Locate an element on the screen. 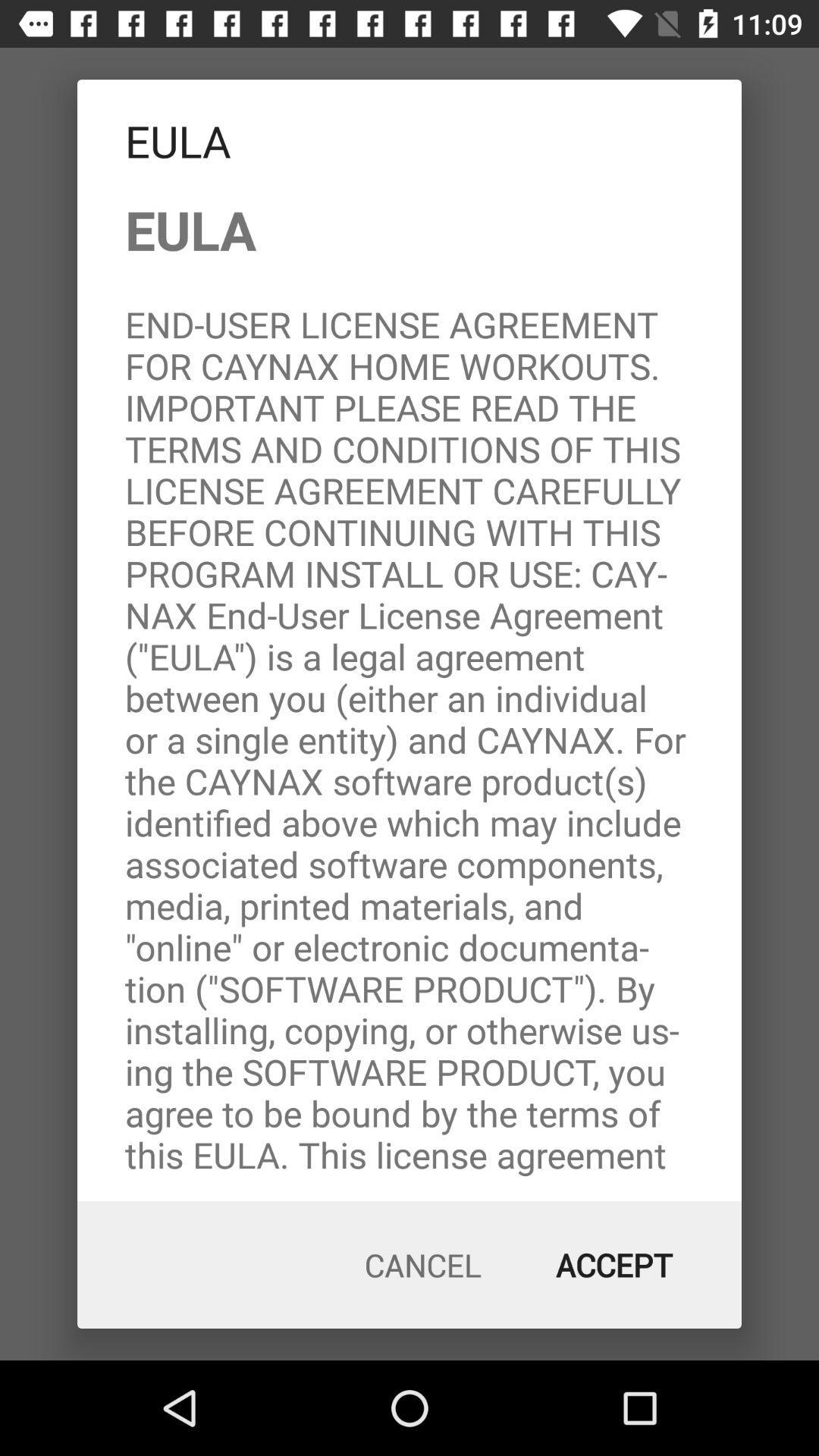 The height and width of the screenshot is (1456, 819). the app below eula end user item is located at coordinates (614, 1265).